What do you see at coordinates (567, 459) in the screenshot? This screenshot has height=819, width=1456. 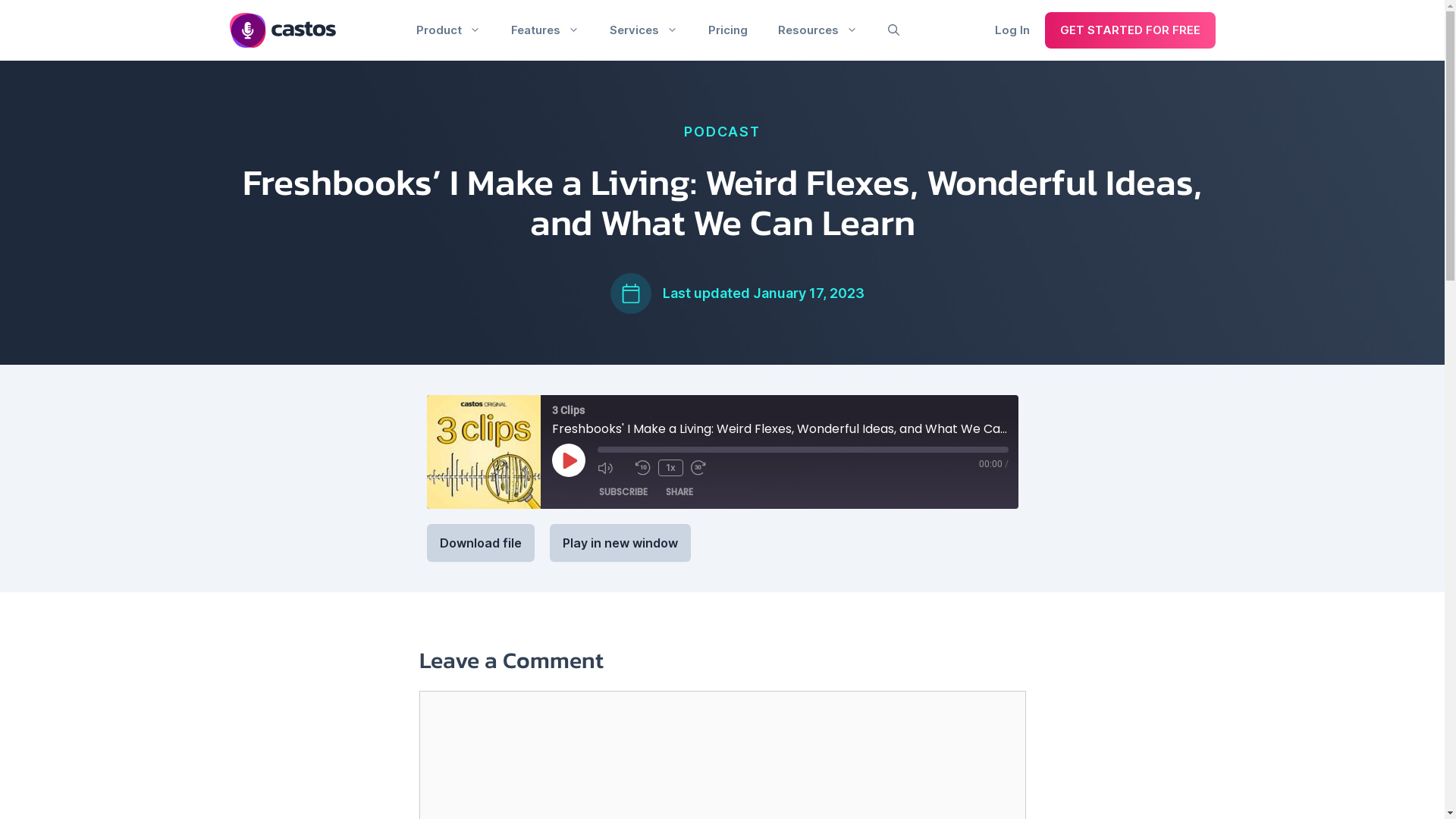 I see `'Play Episode'` at bounding box center [567, 459].